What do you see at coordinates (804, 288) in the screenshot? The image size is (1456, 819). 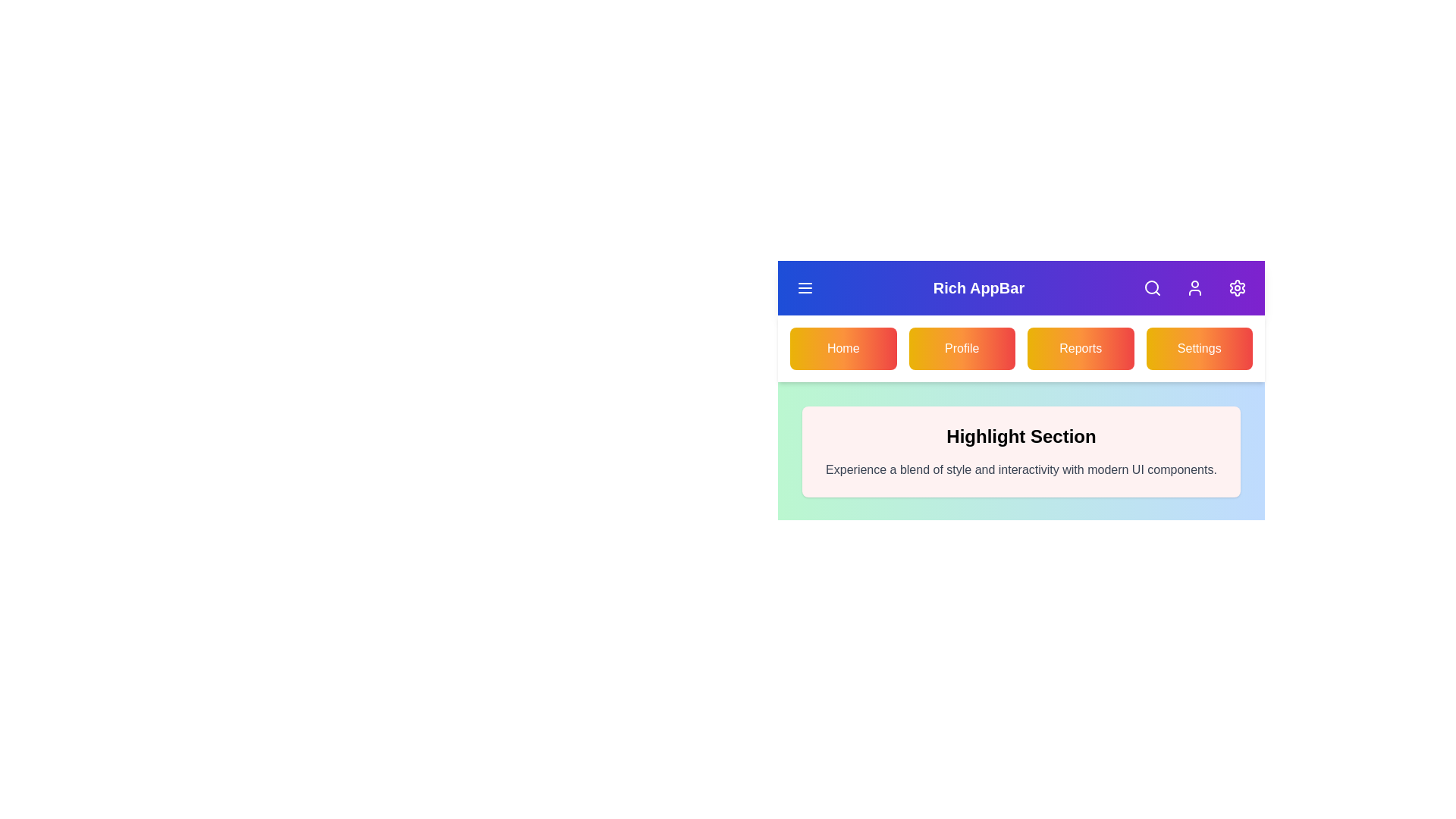 I see `menu icon to toggle the navigation menu visibility` at bounding box center [804, 288].